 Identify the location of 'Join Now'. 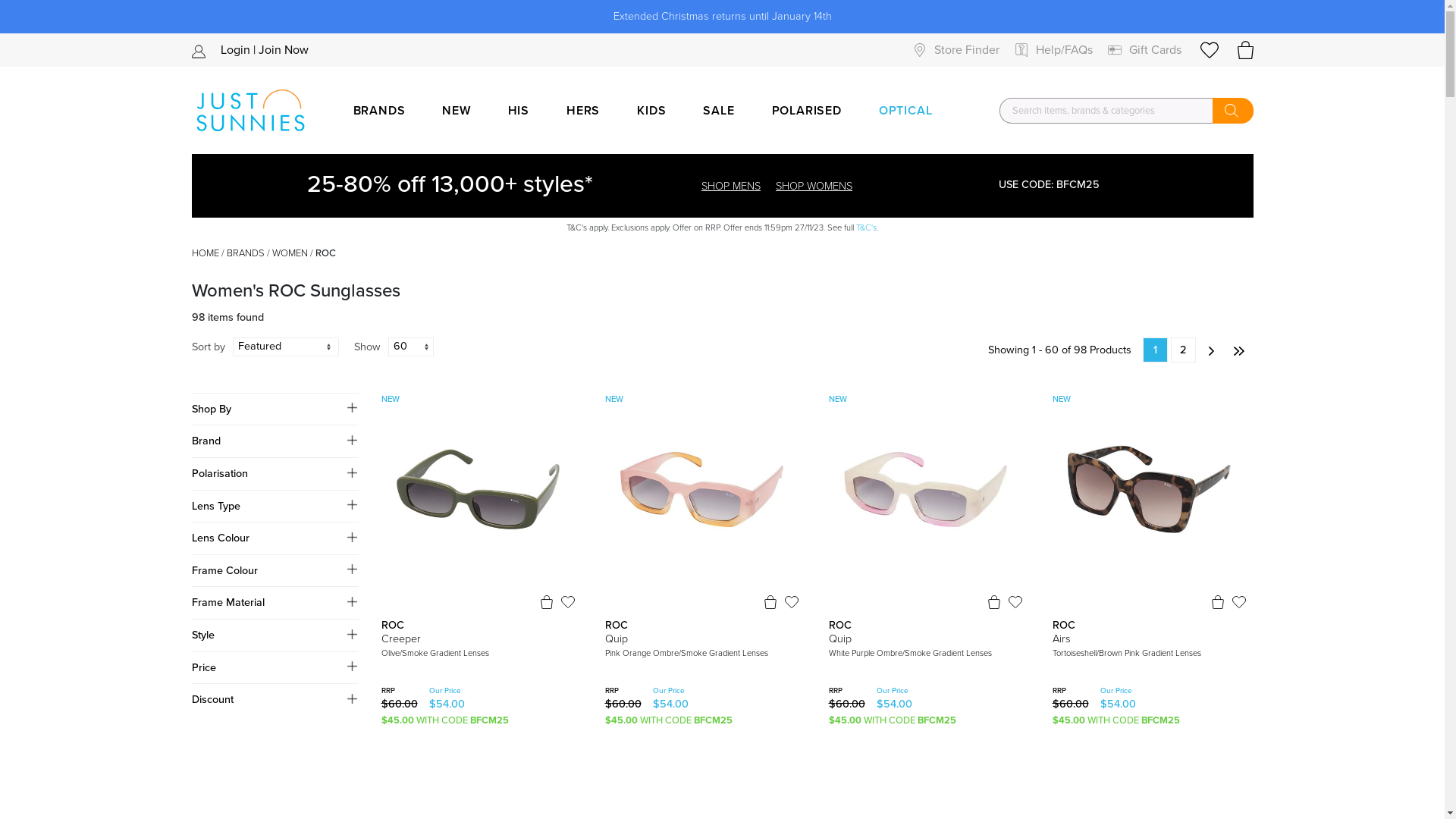
(283, 49).